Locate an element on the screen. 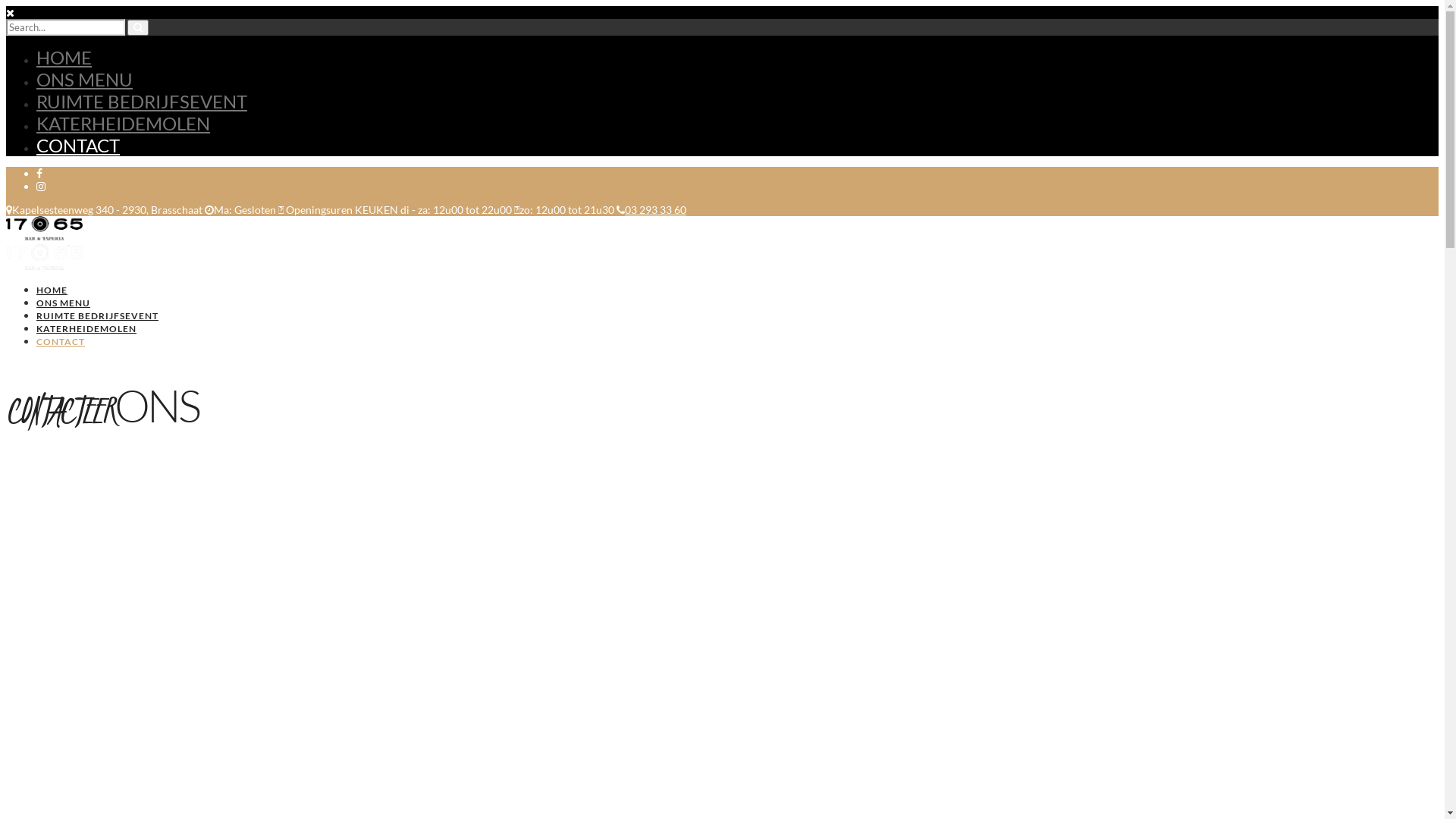 The width and height of the screenshot is (1456, 819). 'KATERHEIDEMOLEN' is located at coordinates (86, 328).